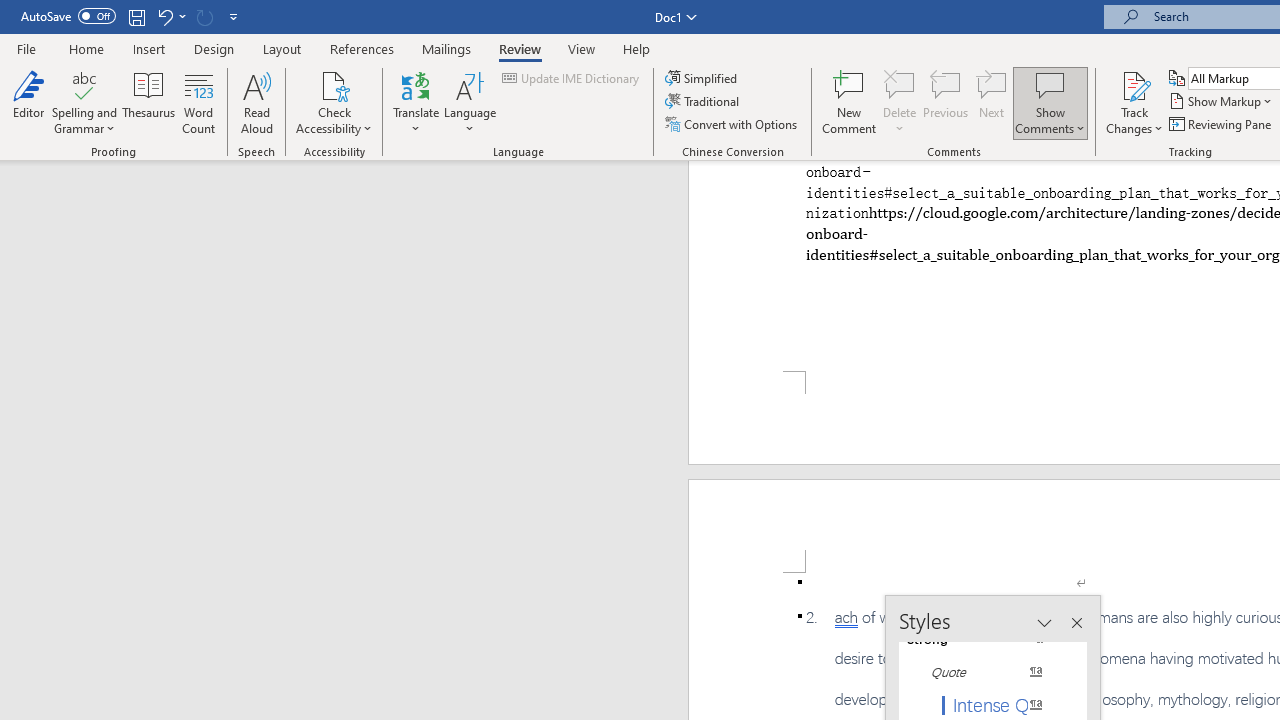 The height and width of the screenshot is (720, 1280). What do you see at coordinates (1049, 84) in the screenshot?
I see `'Show Comments'` at bounding box center [1049, 84].